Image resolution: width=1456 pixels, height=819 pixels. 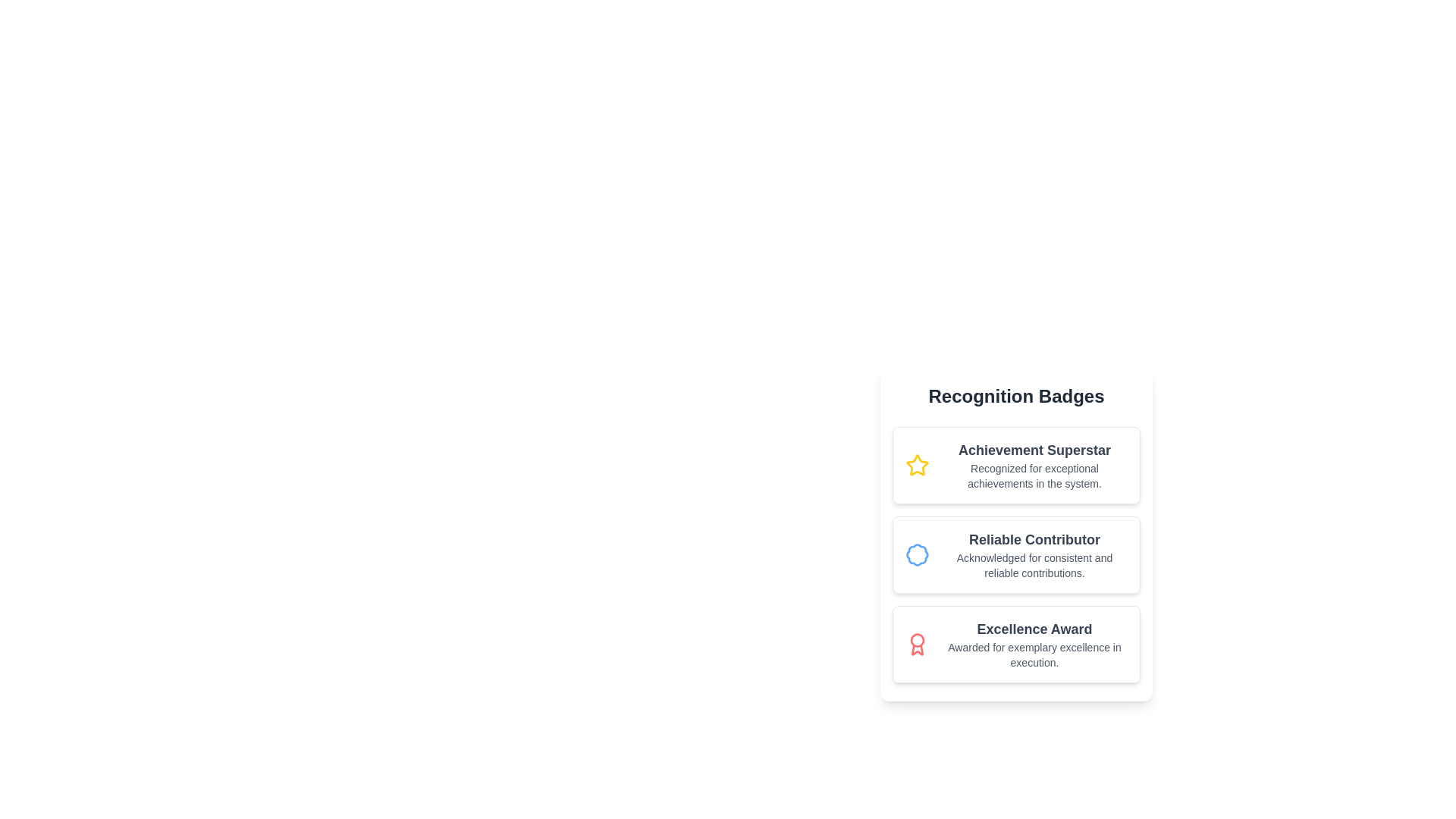 I want to click on the star icon with yellow outlines representing the 'Achievement Superstar' badge, located at the left side of the rectangular area in the 'Recognition Badges' list, so click(x=916, y=464).